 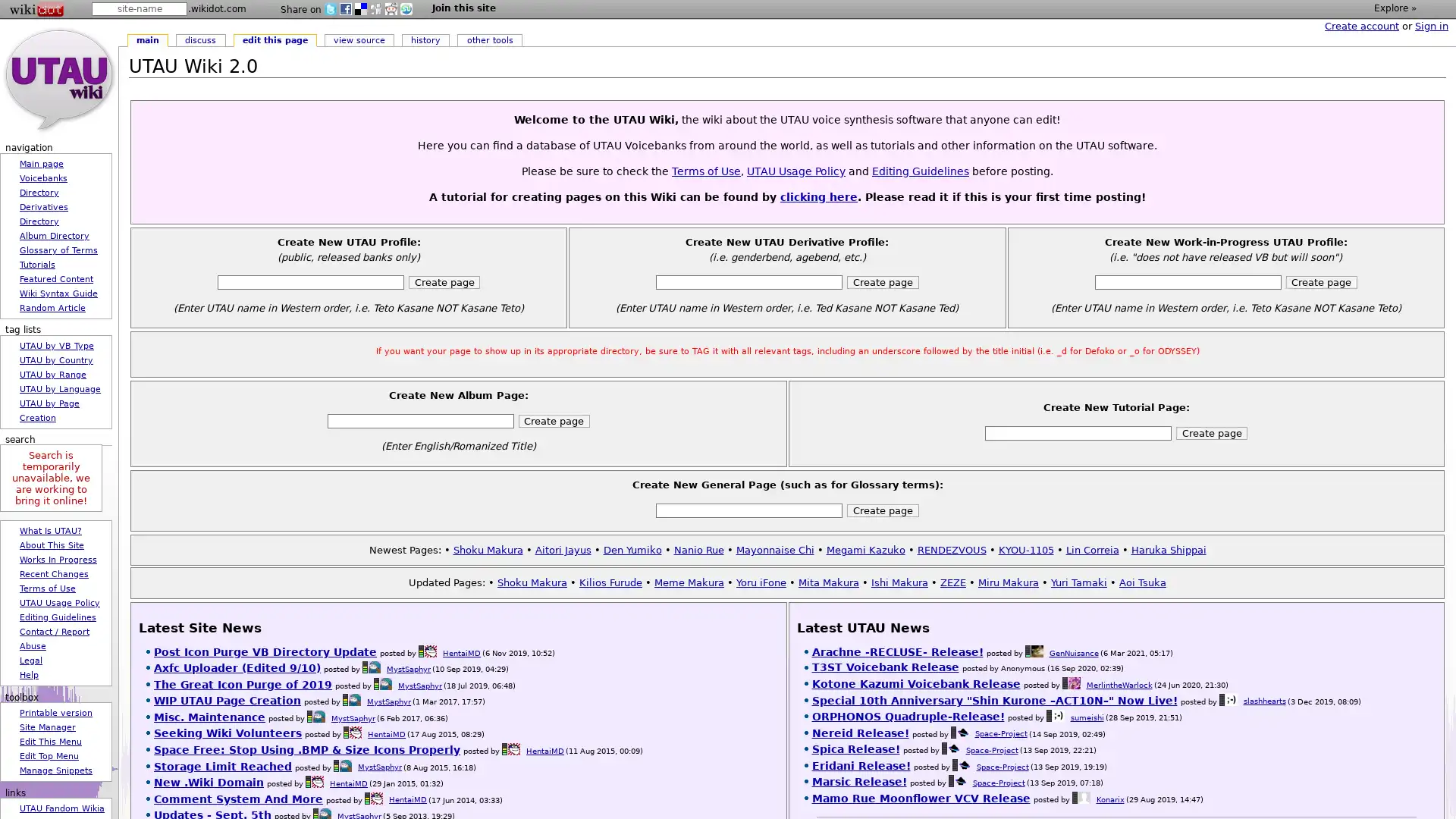 I want to click on Create page, so click(x=552, y=420).